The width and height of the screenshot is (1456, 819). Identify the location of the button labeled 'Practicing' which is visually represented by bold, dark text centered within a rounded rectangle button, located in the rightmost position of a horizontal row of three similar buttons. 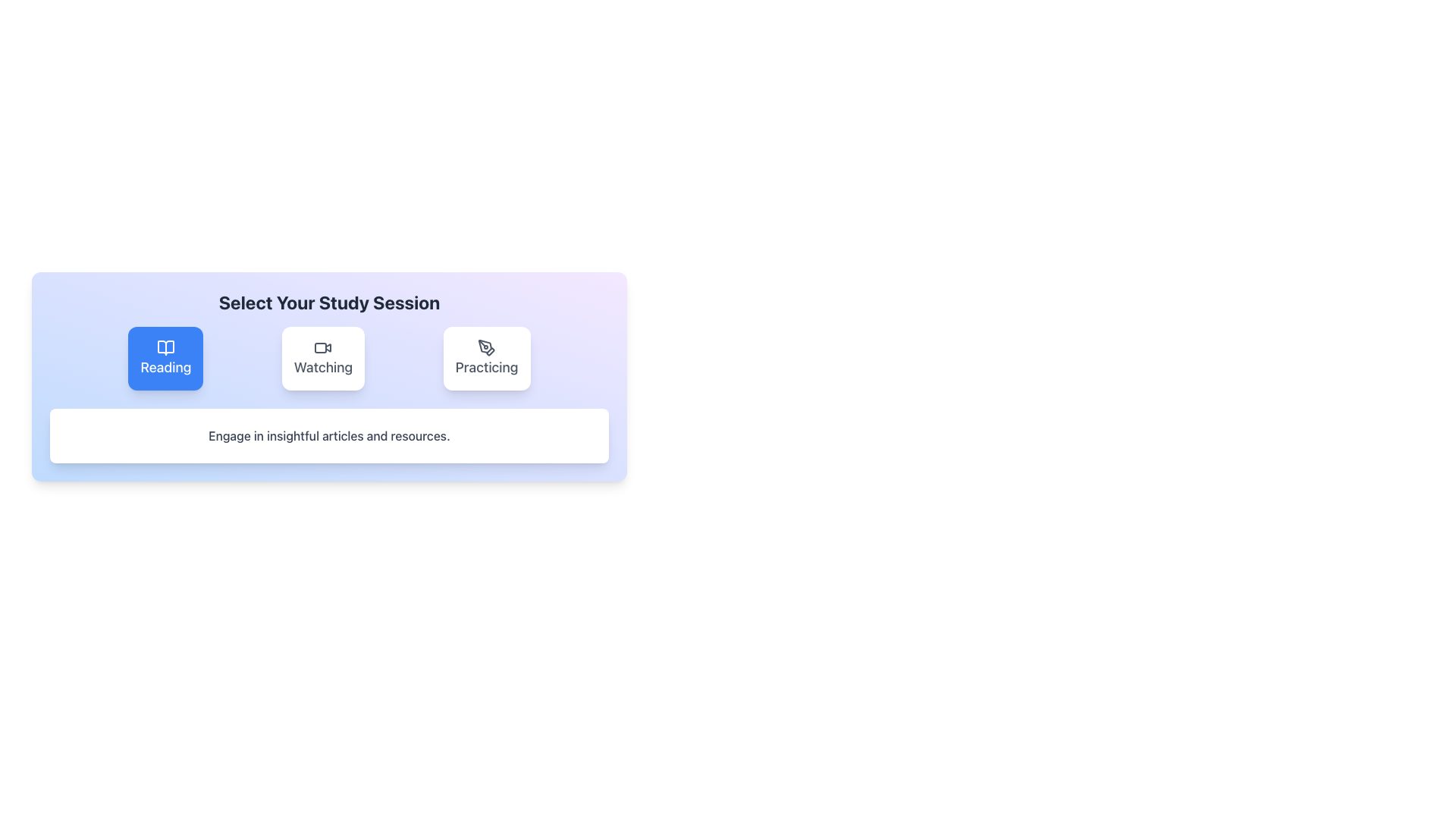
(487, 368).